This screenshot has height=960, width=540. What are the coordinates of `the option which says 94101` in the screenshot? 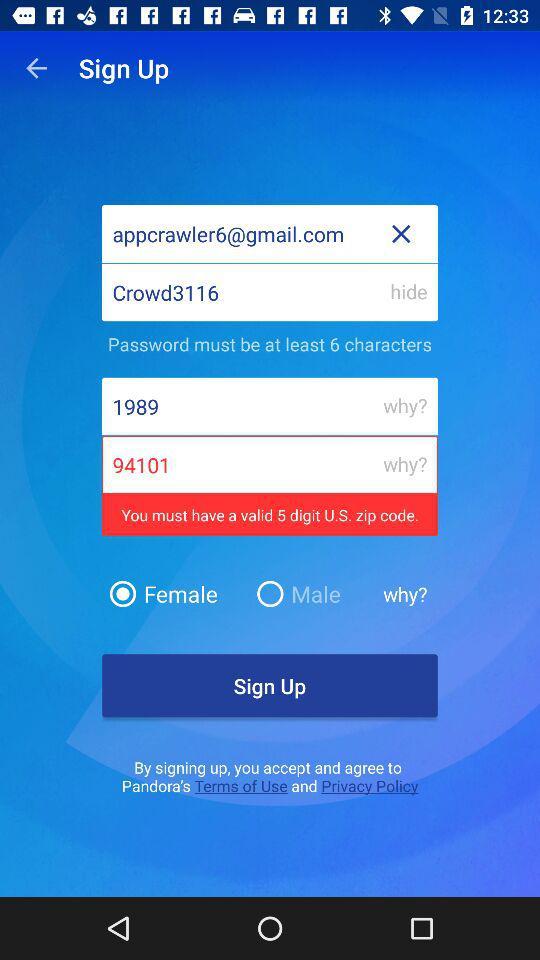 It's located at (270, 465).